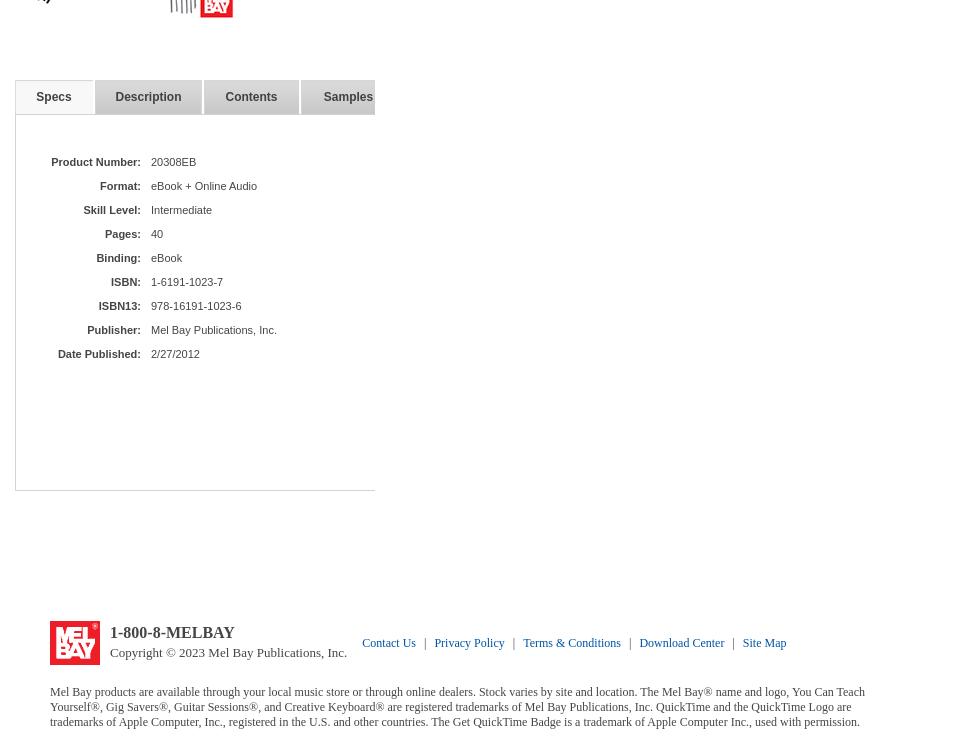 The image size is (955, 739). Describe the element at coordinates (111, 209) in the screenshot. I see `'Skill Level:'` at that location.